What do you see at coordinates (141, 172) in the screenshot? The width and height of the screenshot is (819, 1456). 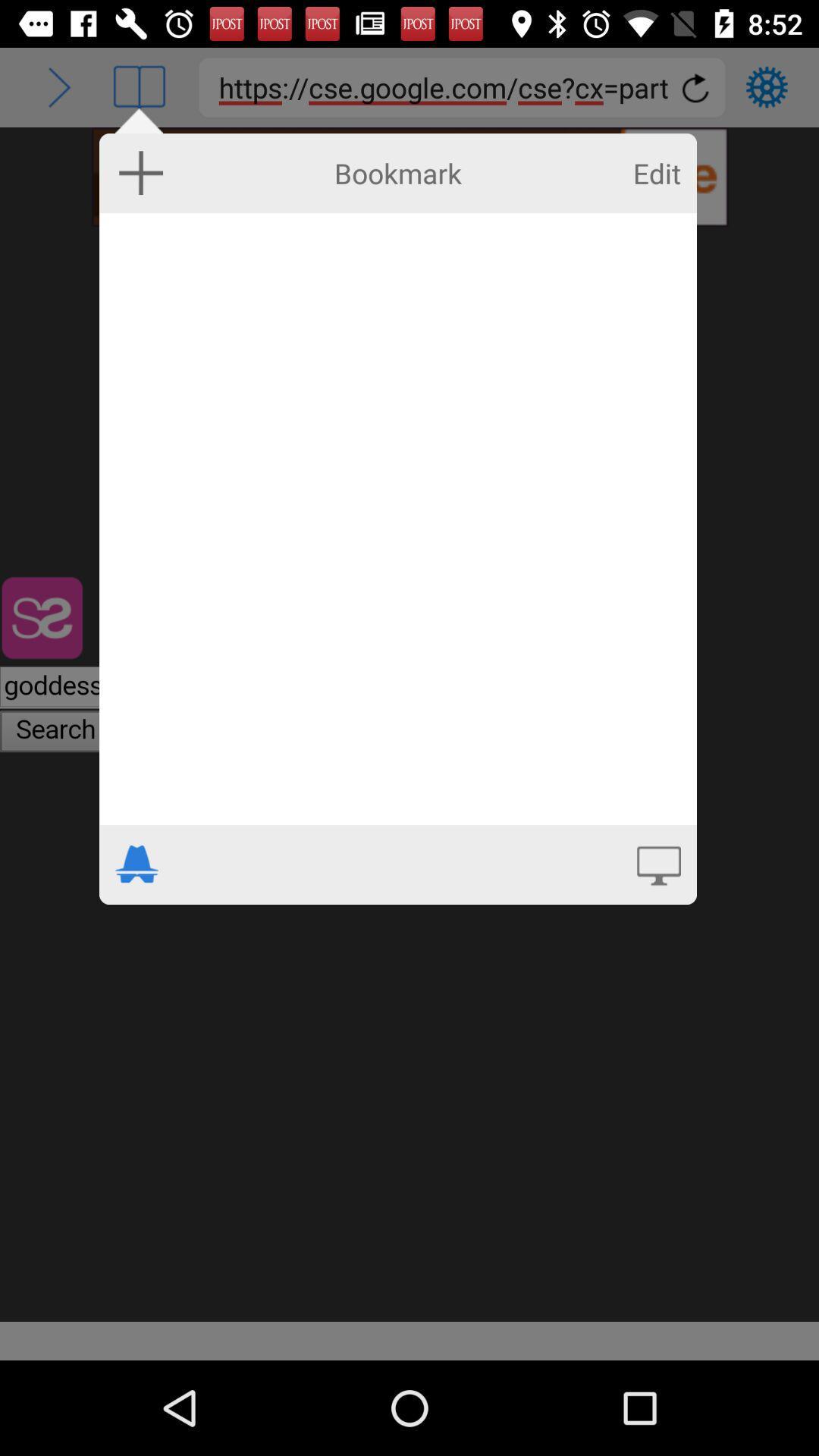 I see `a bookmark` at bounding box center [141, 172].